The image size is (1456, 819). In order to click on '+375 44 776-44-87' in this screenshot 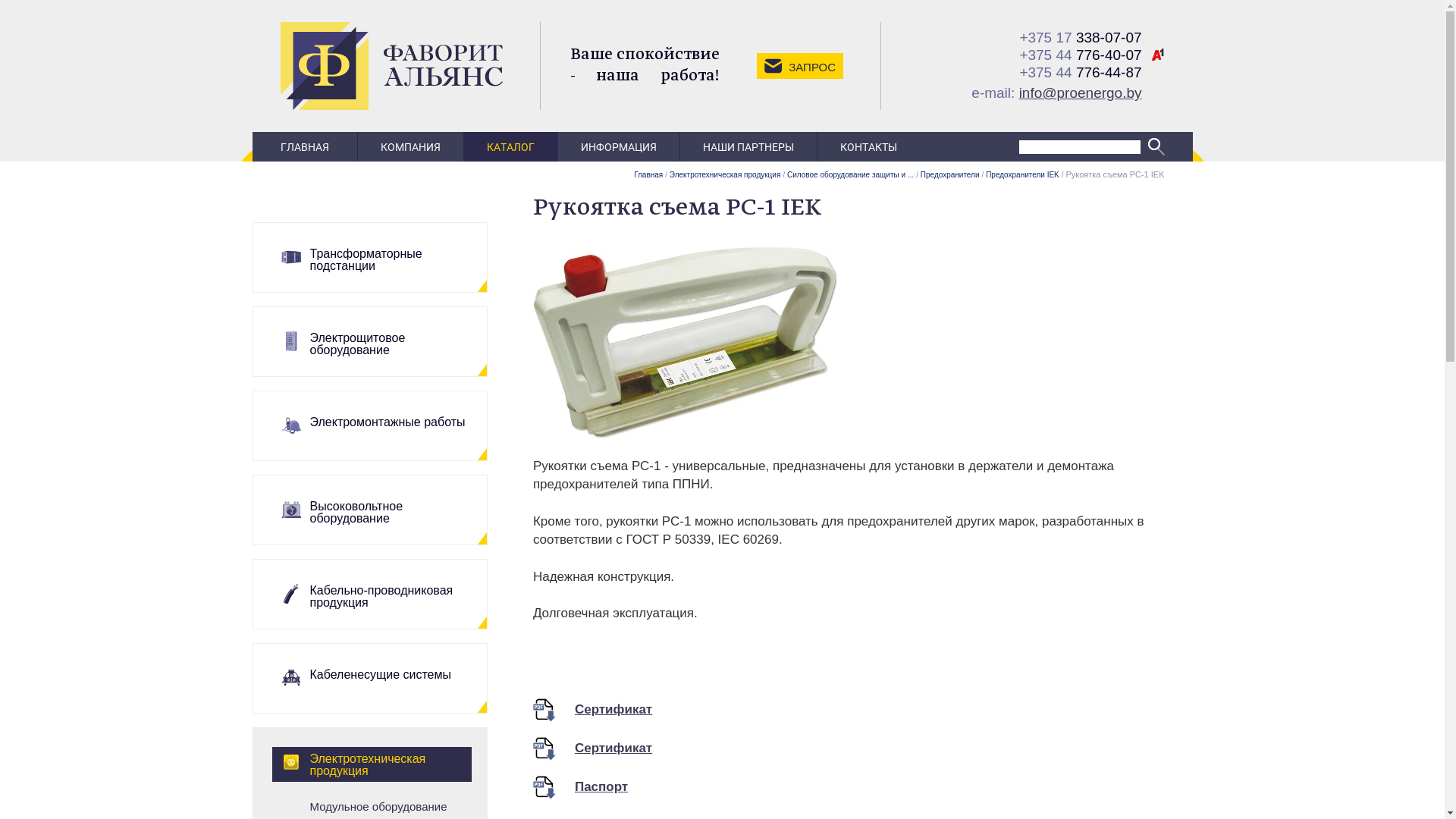, I will do `click(1079, 71)`.